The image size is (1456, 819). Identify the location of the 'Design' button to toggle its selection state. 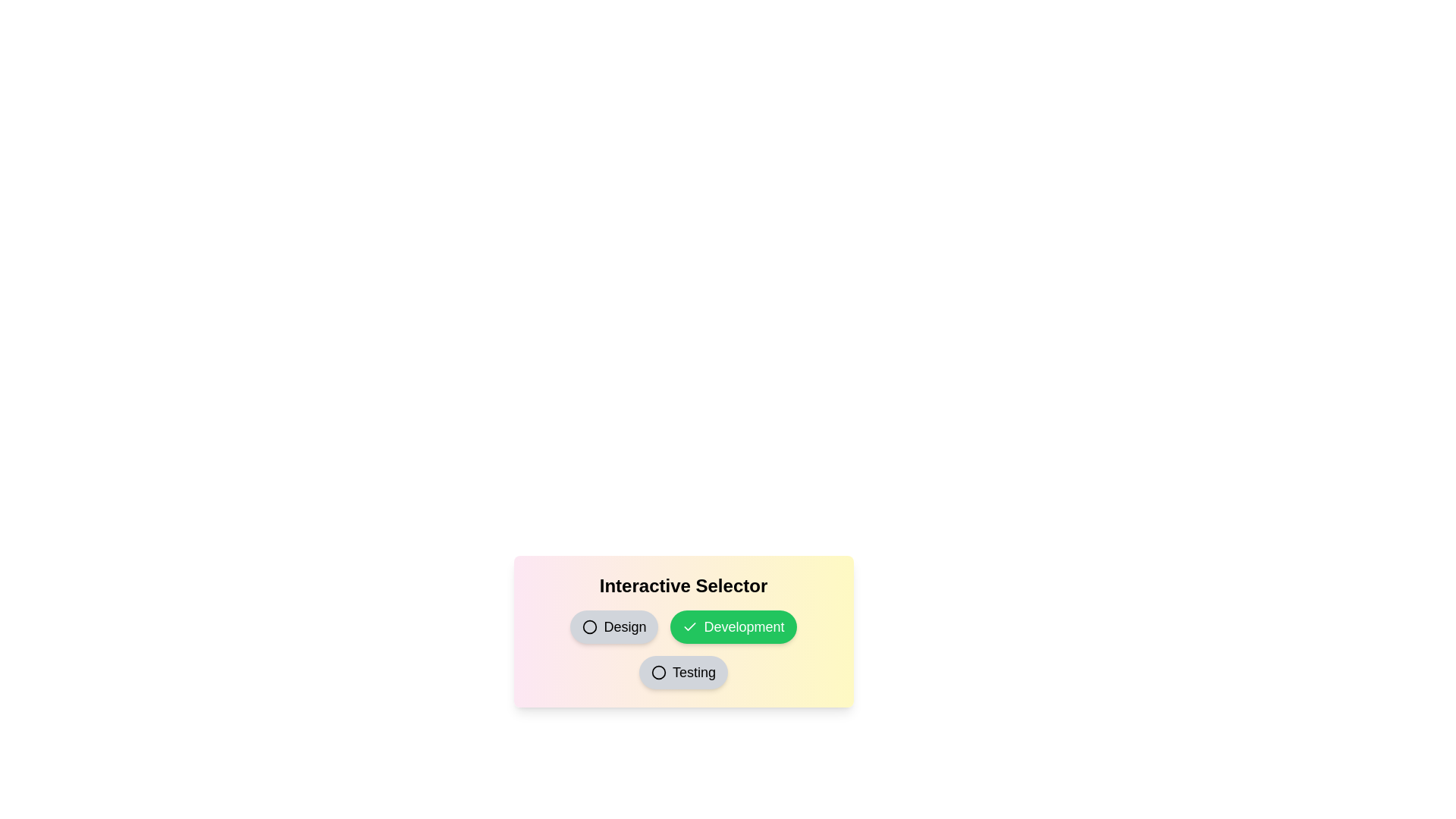
(614, 626).